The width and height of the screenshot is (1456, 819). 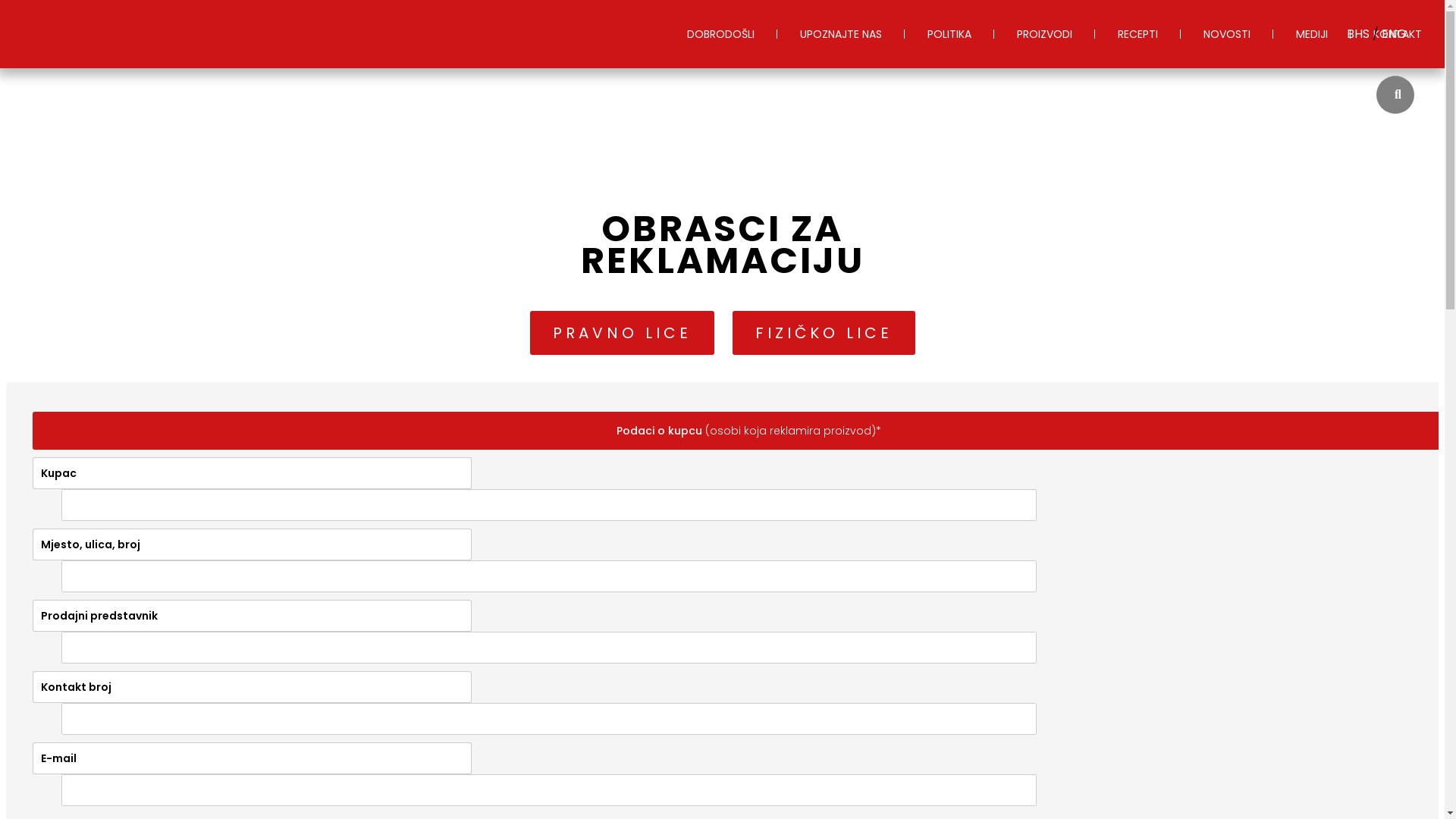 I want to click on 'KONTAKT', so click(x=1350, y=34).